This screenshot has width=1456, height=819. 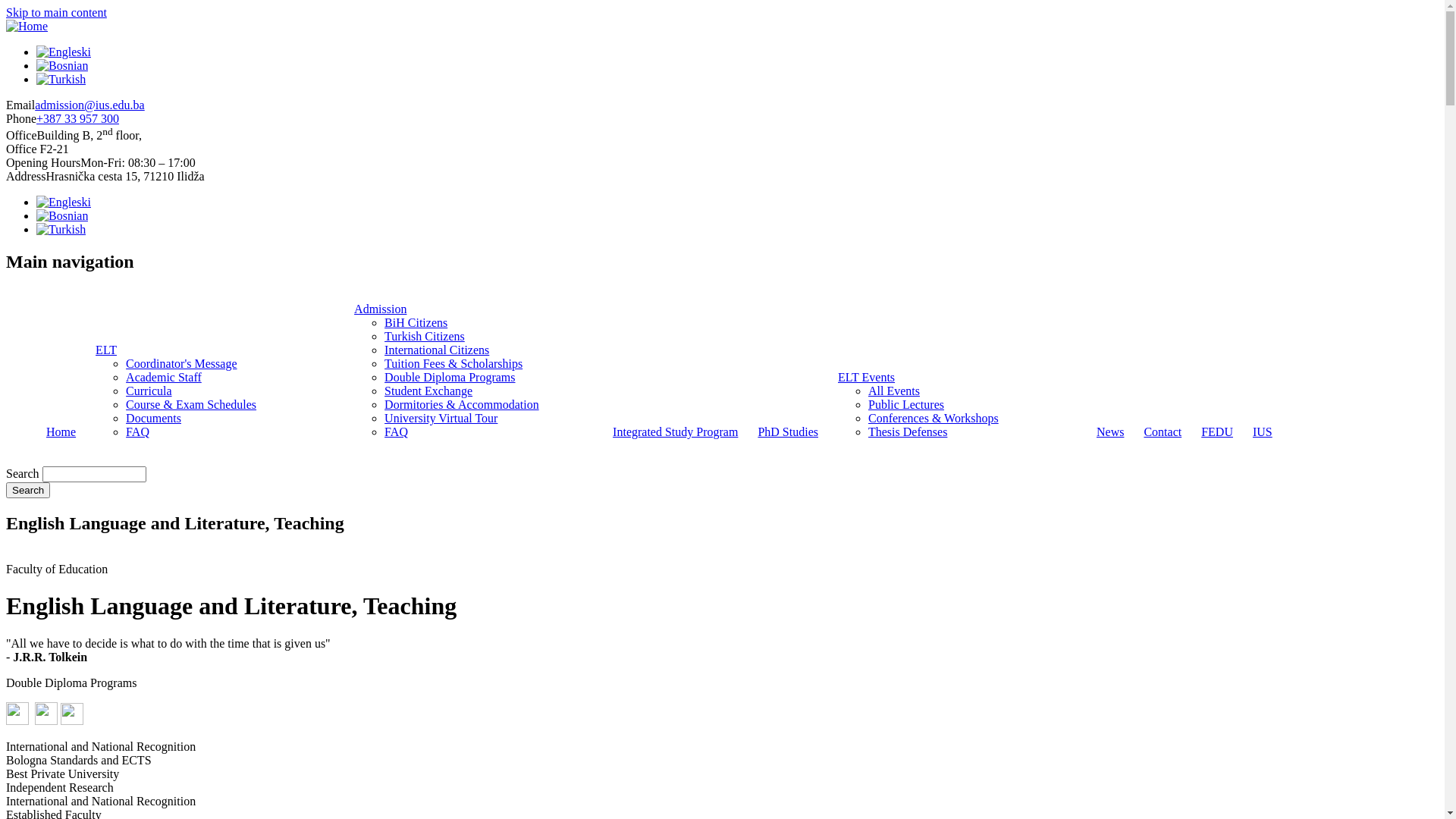 What do you see at coordinates (153, 418) in the screenshot?
I see `'Documents'` at bounding box center [153, 418].